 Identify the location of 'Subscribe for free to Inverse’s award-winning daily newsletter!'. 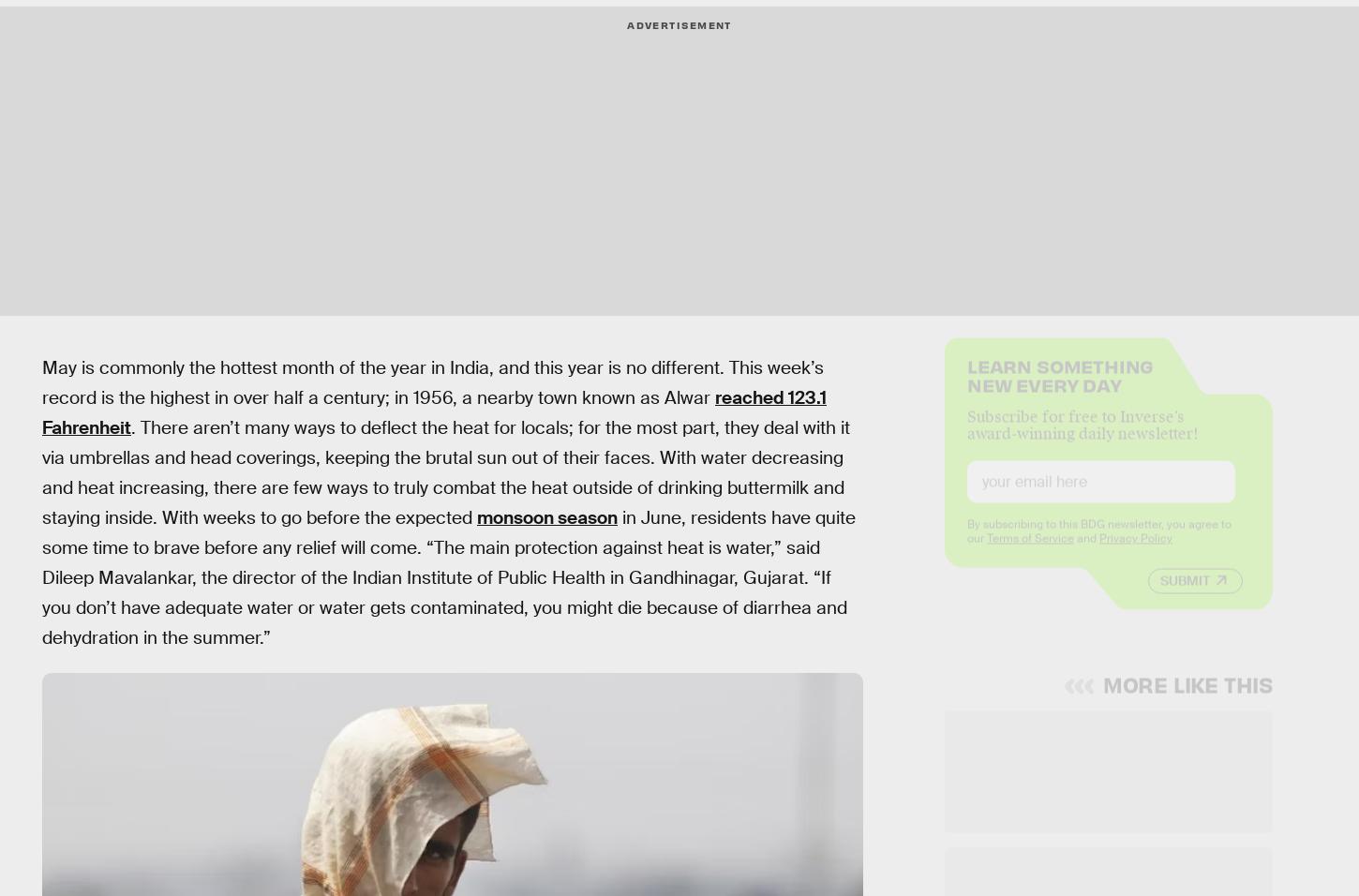
(1081, 440).